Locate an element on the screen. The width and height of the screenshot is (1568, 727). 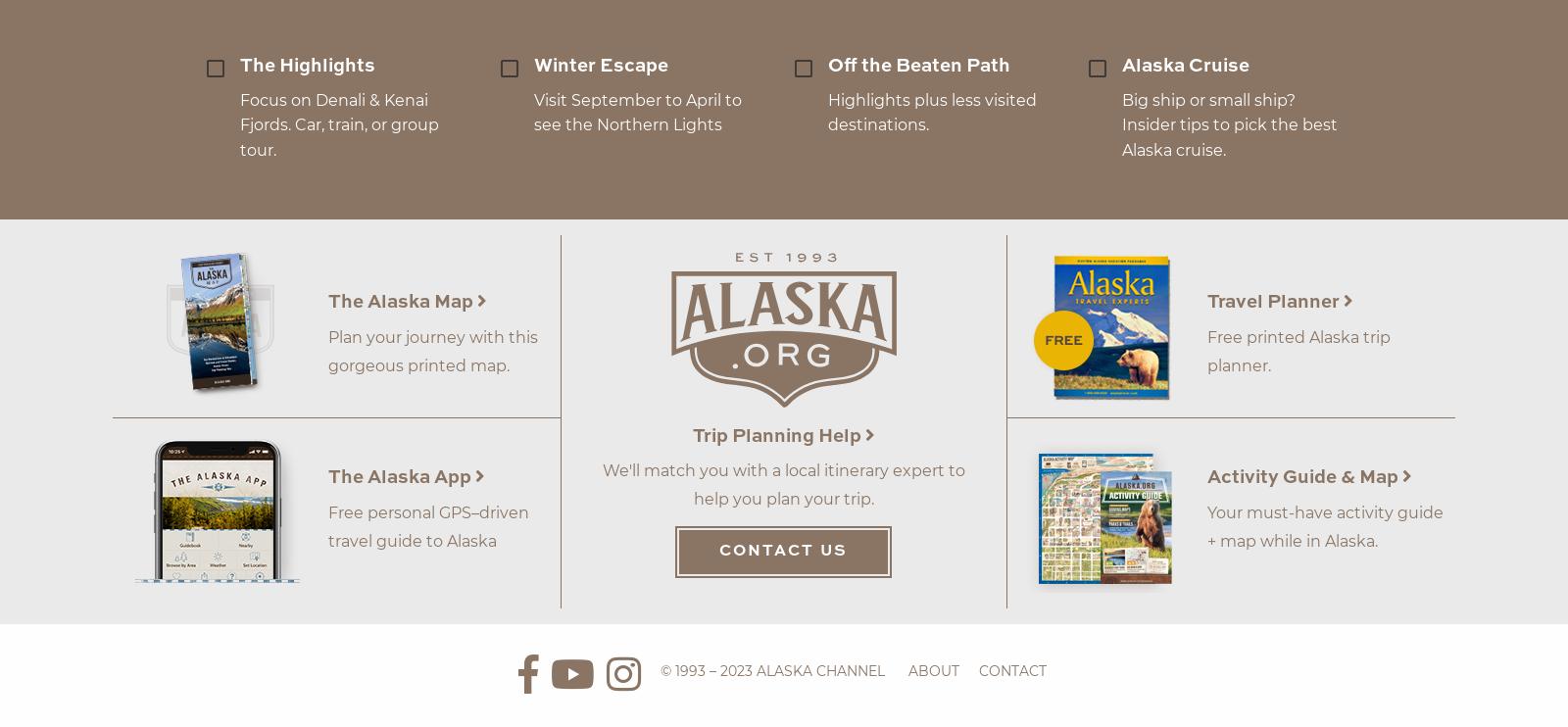
'The Highlights' is located at coordinates (239, 65).